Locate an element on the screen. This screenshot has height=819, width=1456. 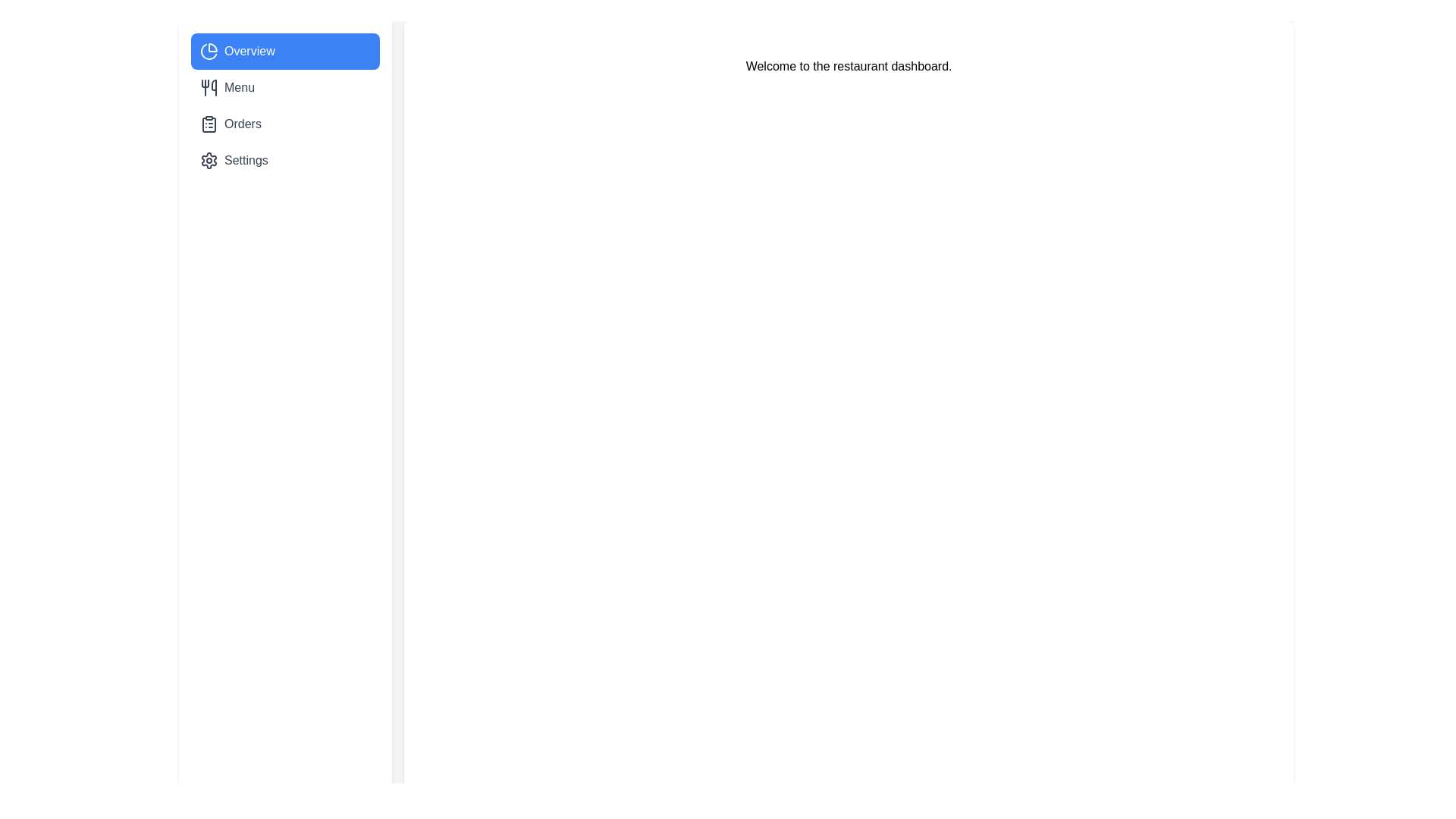
the 'Orders' icon located in the navigation menu on the left side of the interface is located at coordinates (208, 124).